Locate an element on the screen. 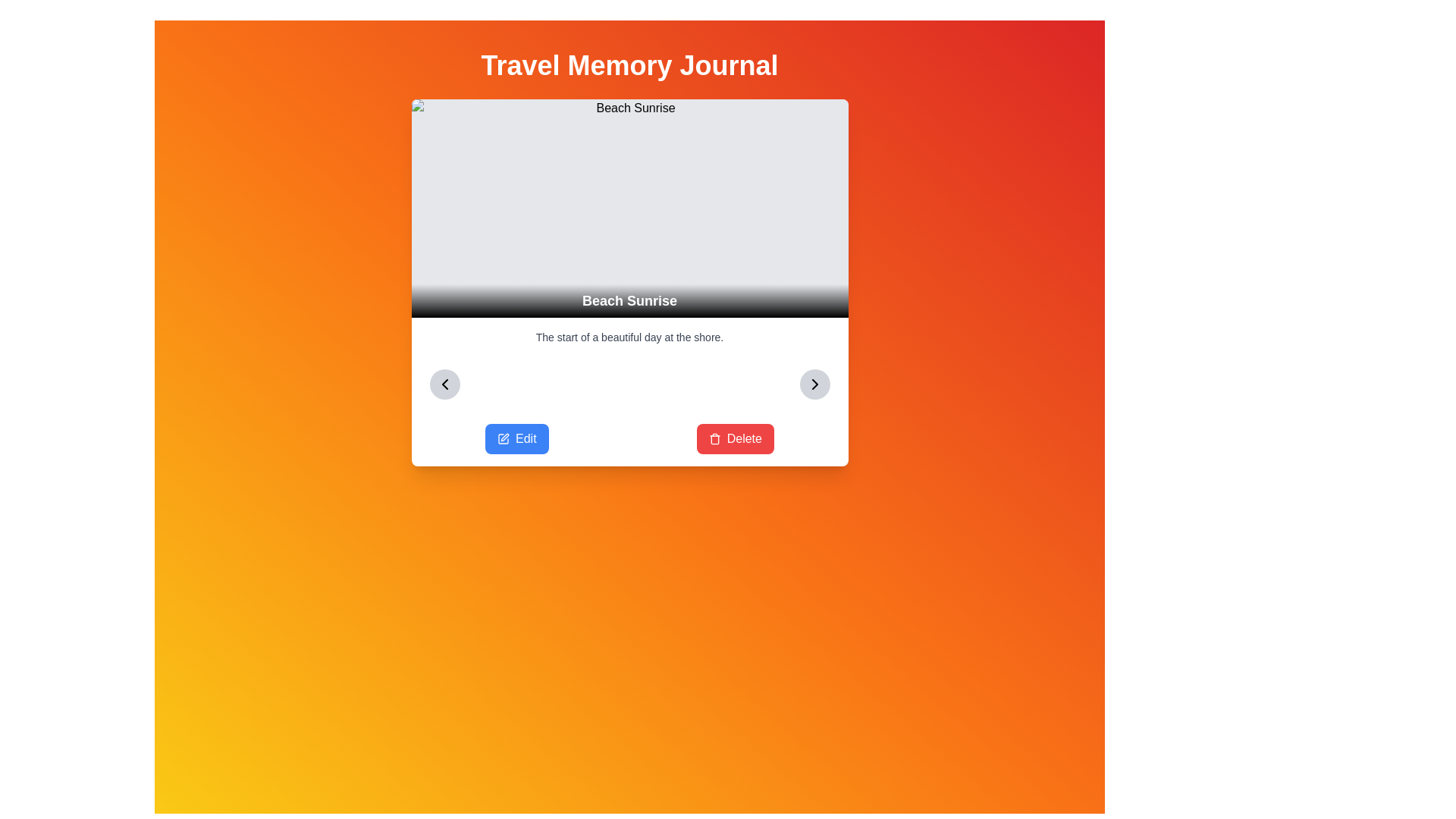  the editing tool icon located in the bottom-center portion of the main interface, which is part of a larger square icon is located at coordinates (505, 438).